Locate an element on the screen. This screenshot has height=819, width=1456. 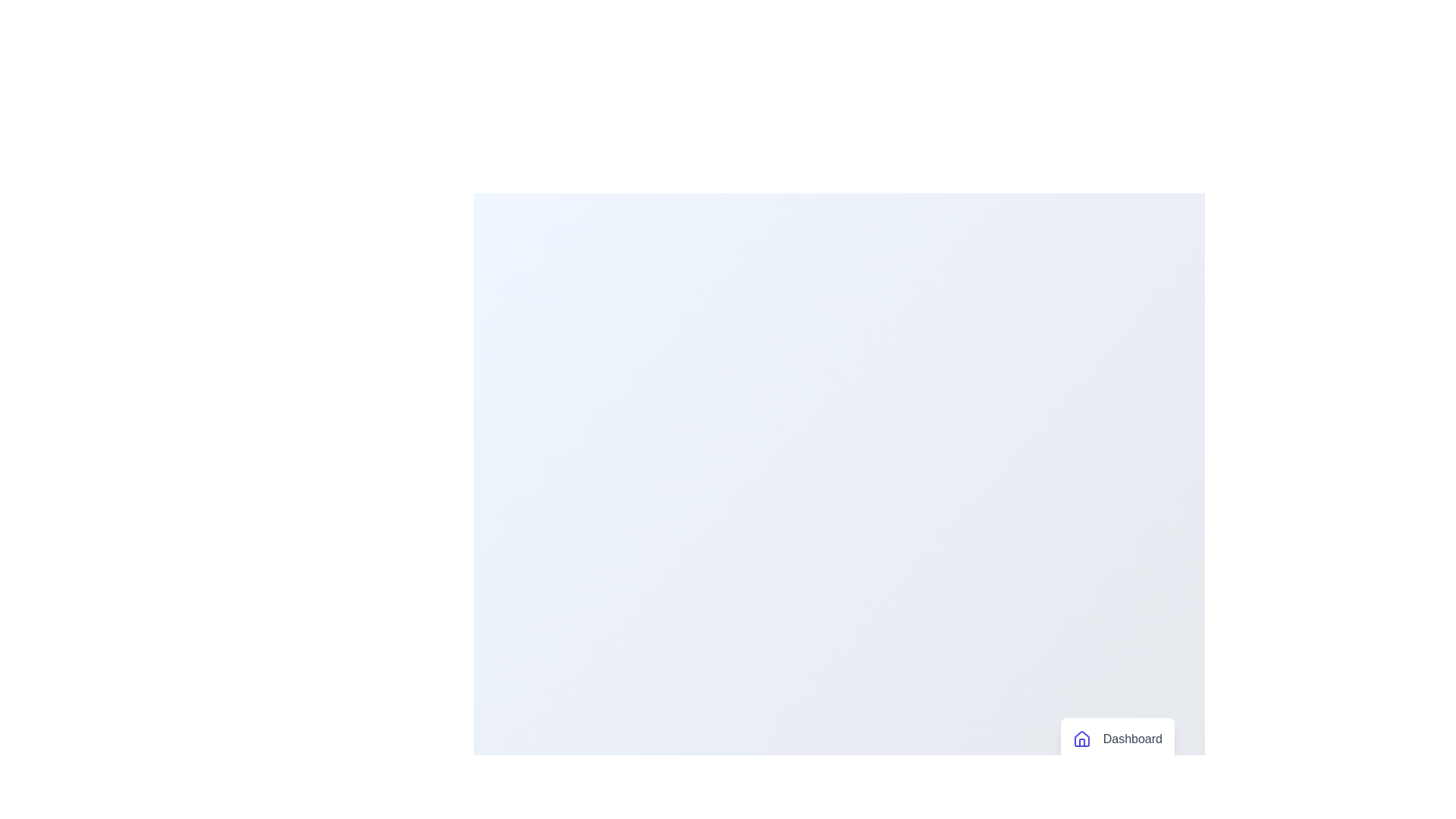
the menu item labeled 'Dashboard' to observe its hover effect is located at coordinates (1117, 739).